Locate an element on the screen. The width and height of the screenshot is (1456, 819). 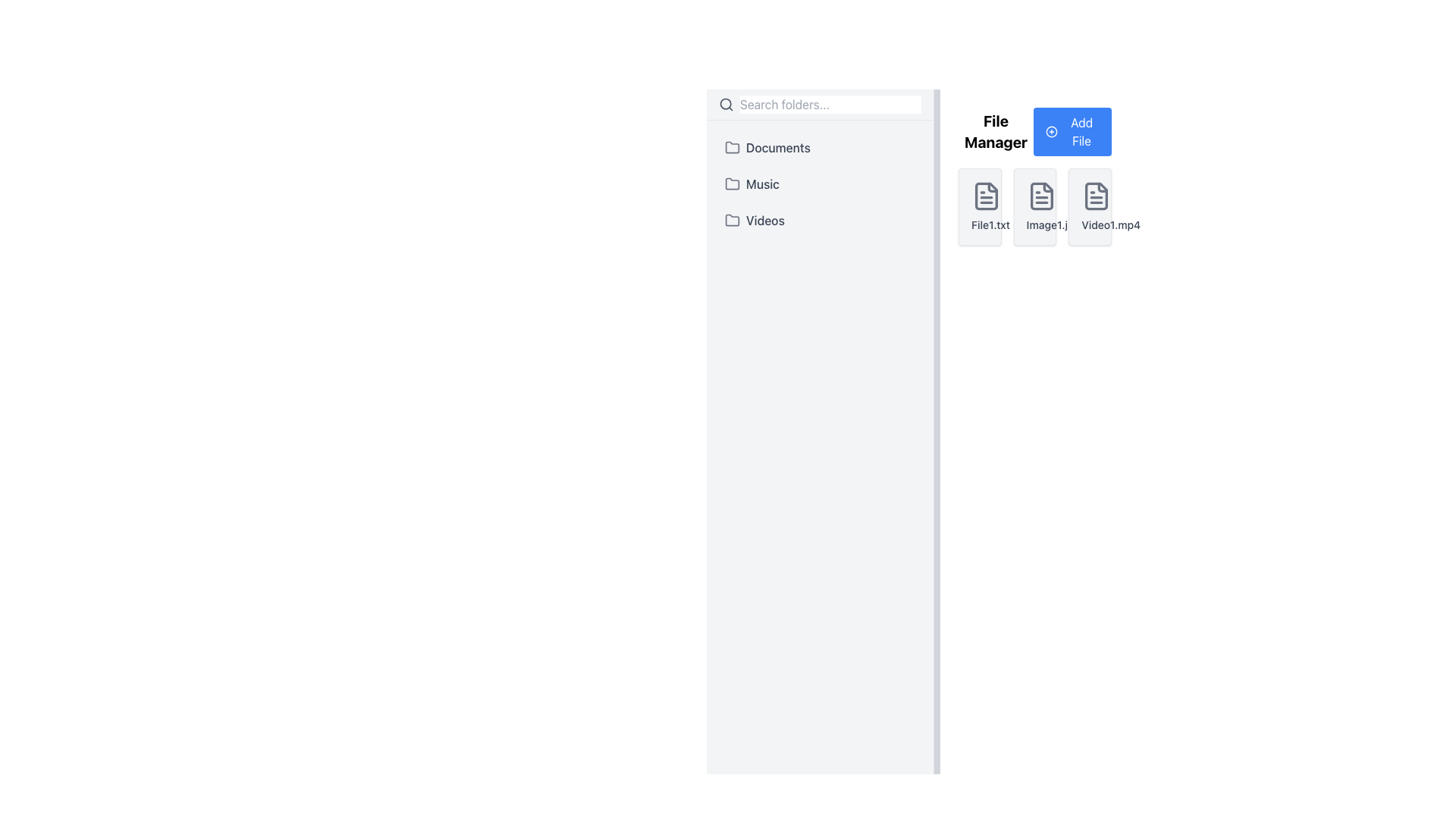
the document file icon shape, which visually represents the body of a document file, located in the second position among three file icons on the right side of the interface is located at coordinates (1040, 195).